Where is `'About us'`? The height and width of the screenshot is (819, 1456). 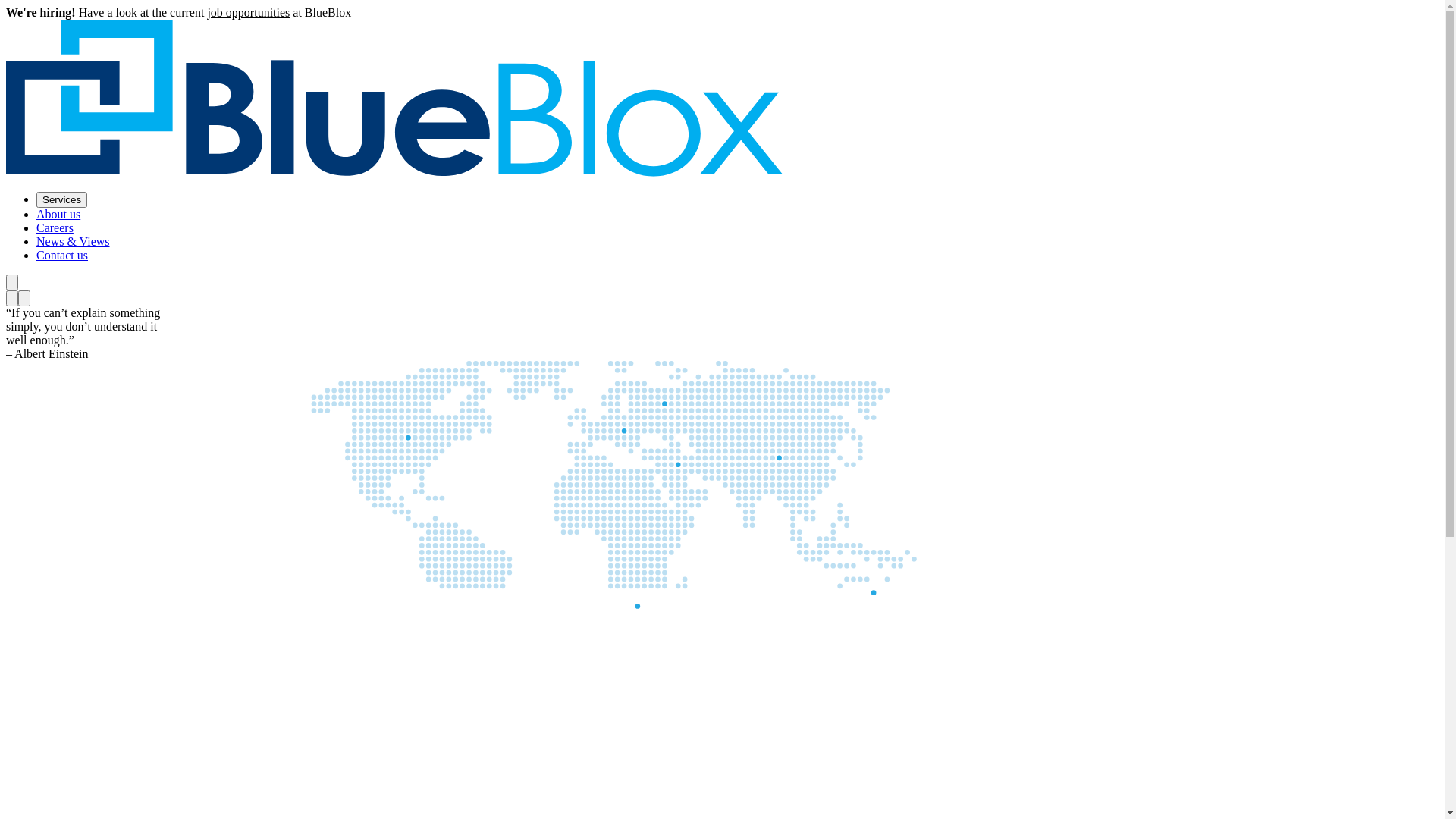 'About us' is located at coordinates (58, 214).